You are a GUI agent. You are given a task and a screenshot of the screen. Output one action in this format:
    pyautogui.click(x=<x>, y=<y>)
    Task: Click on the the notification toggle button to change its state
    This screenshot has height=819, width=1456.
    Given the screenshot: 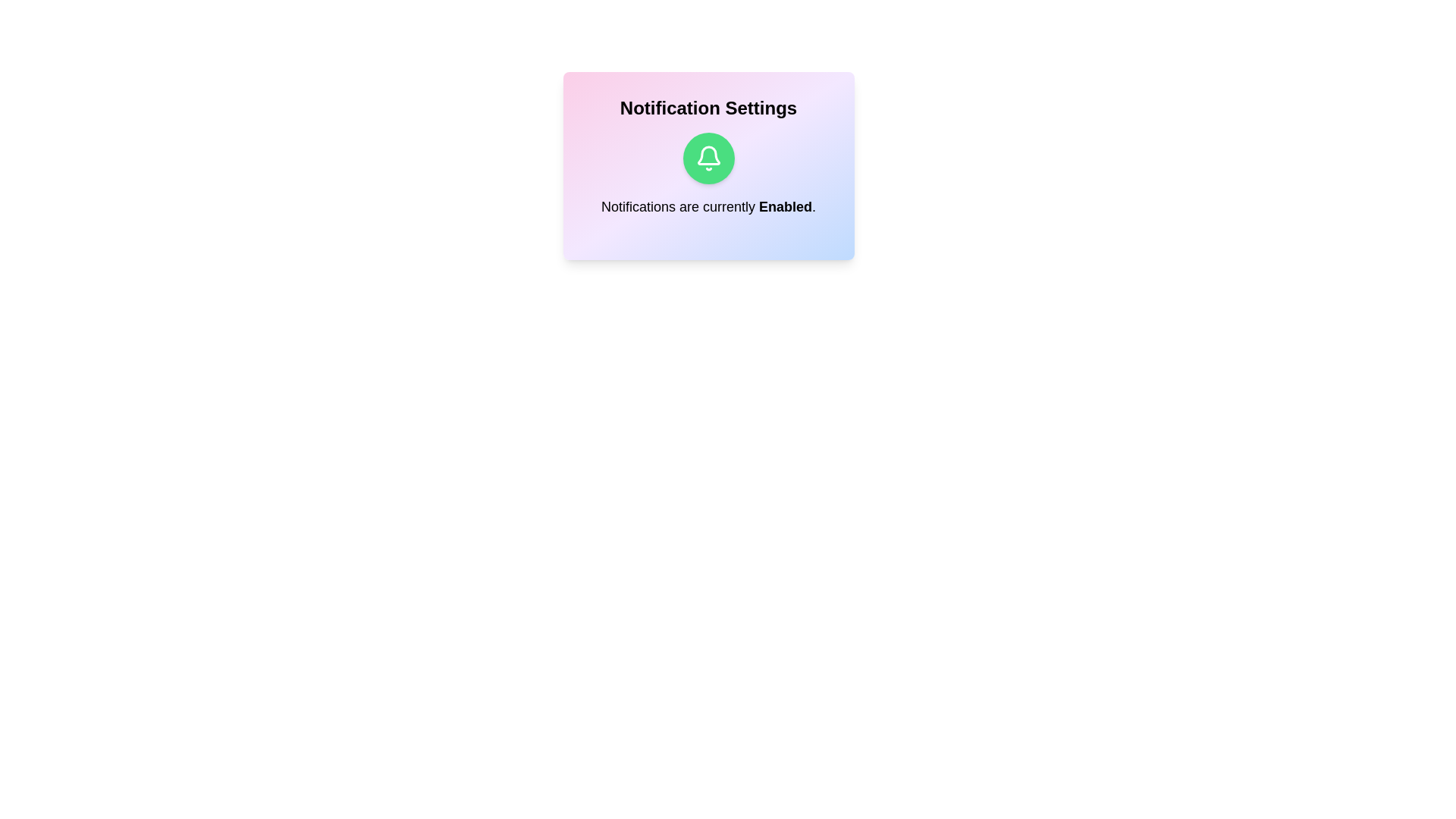 What is the action you would take?
    pyautogui.click(x=708, y=158)
    